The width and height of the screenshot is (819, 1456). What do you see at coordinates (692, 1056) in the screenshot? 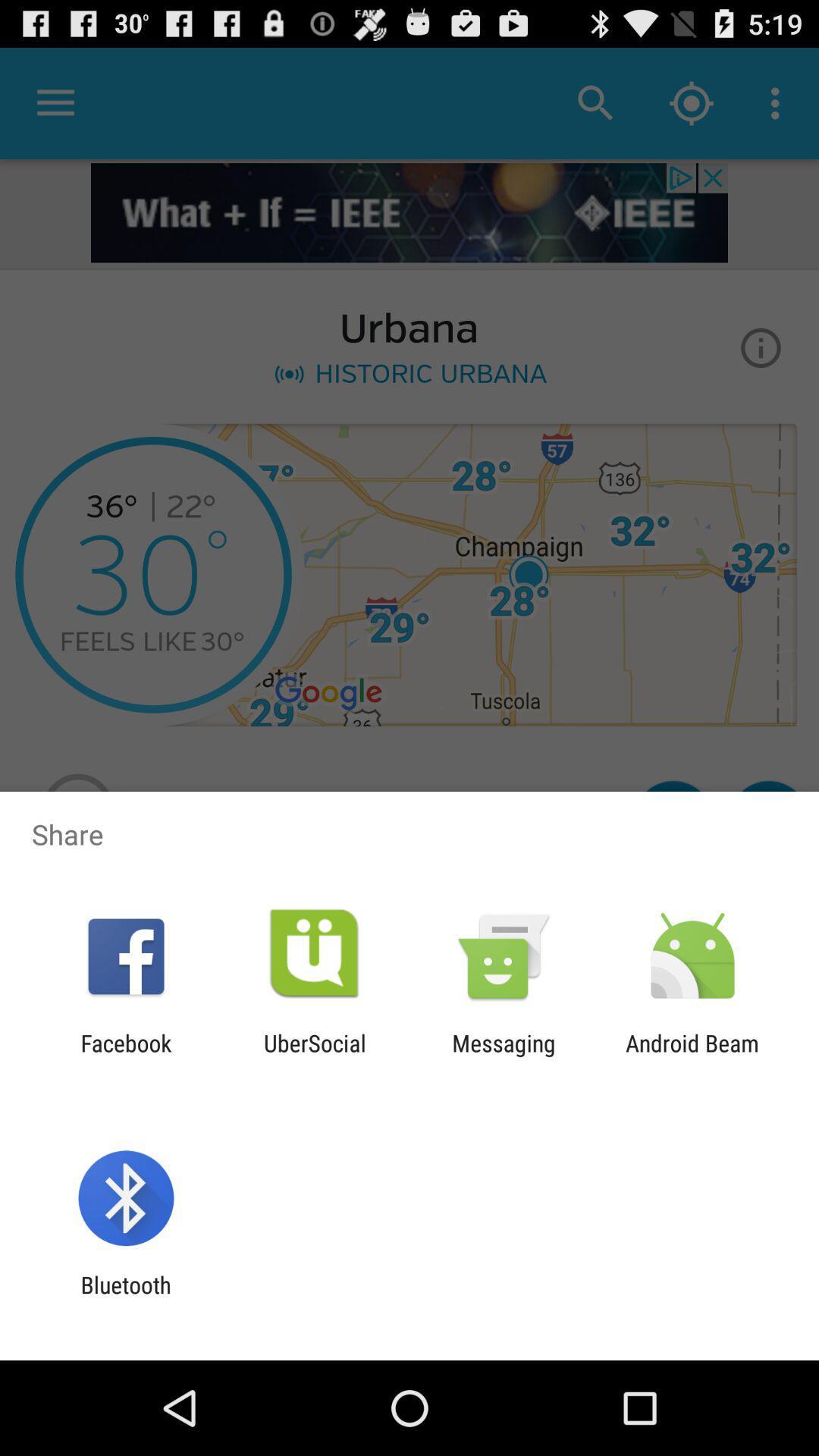
I see `the android beam` at bounding box center [692, 1056].